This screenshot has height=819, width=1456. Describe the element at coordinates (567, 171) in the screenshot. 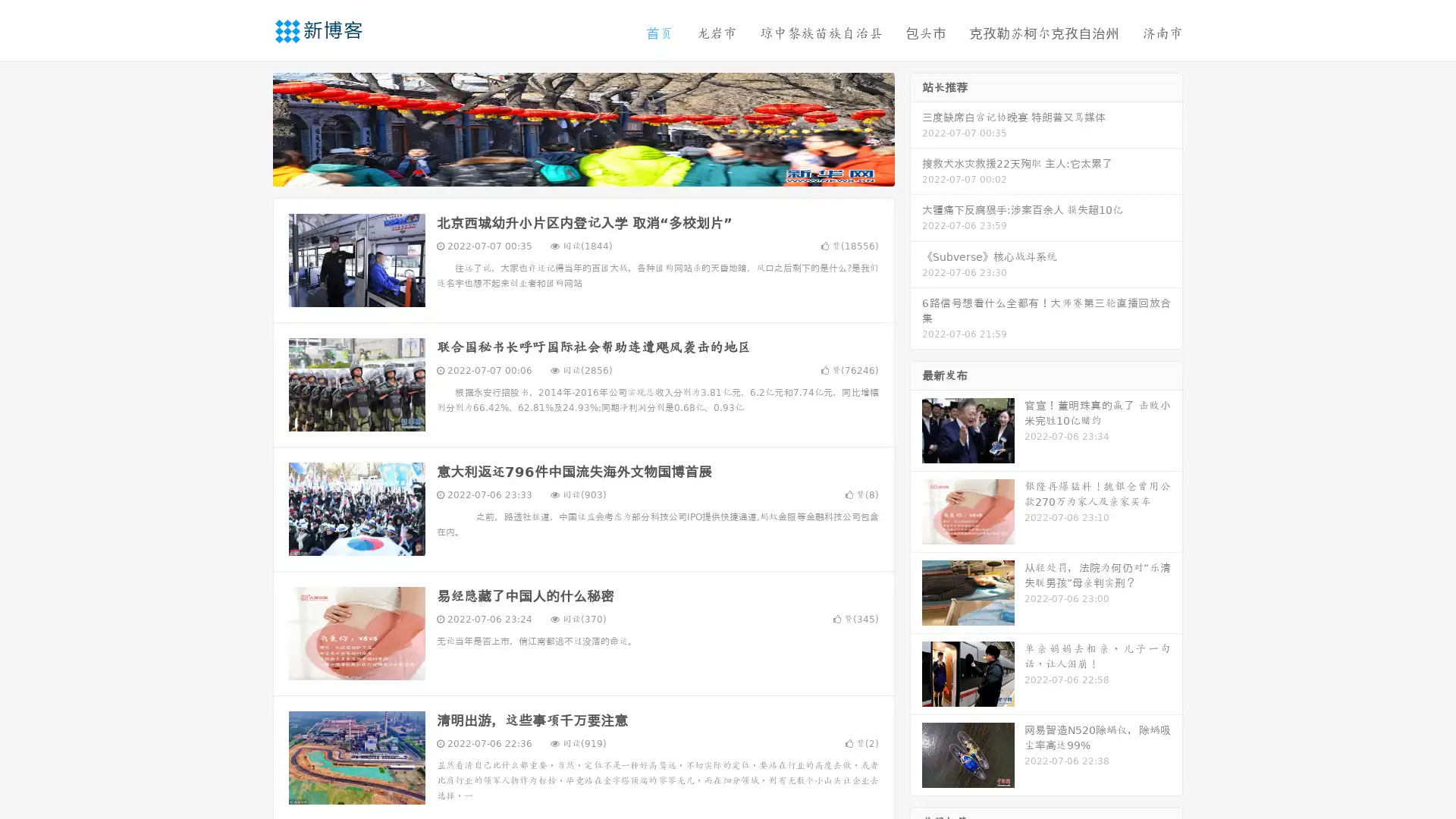

I see `Go to slide 1` at that location.